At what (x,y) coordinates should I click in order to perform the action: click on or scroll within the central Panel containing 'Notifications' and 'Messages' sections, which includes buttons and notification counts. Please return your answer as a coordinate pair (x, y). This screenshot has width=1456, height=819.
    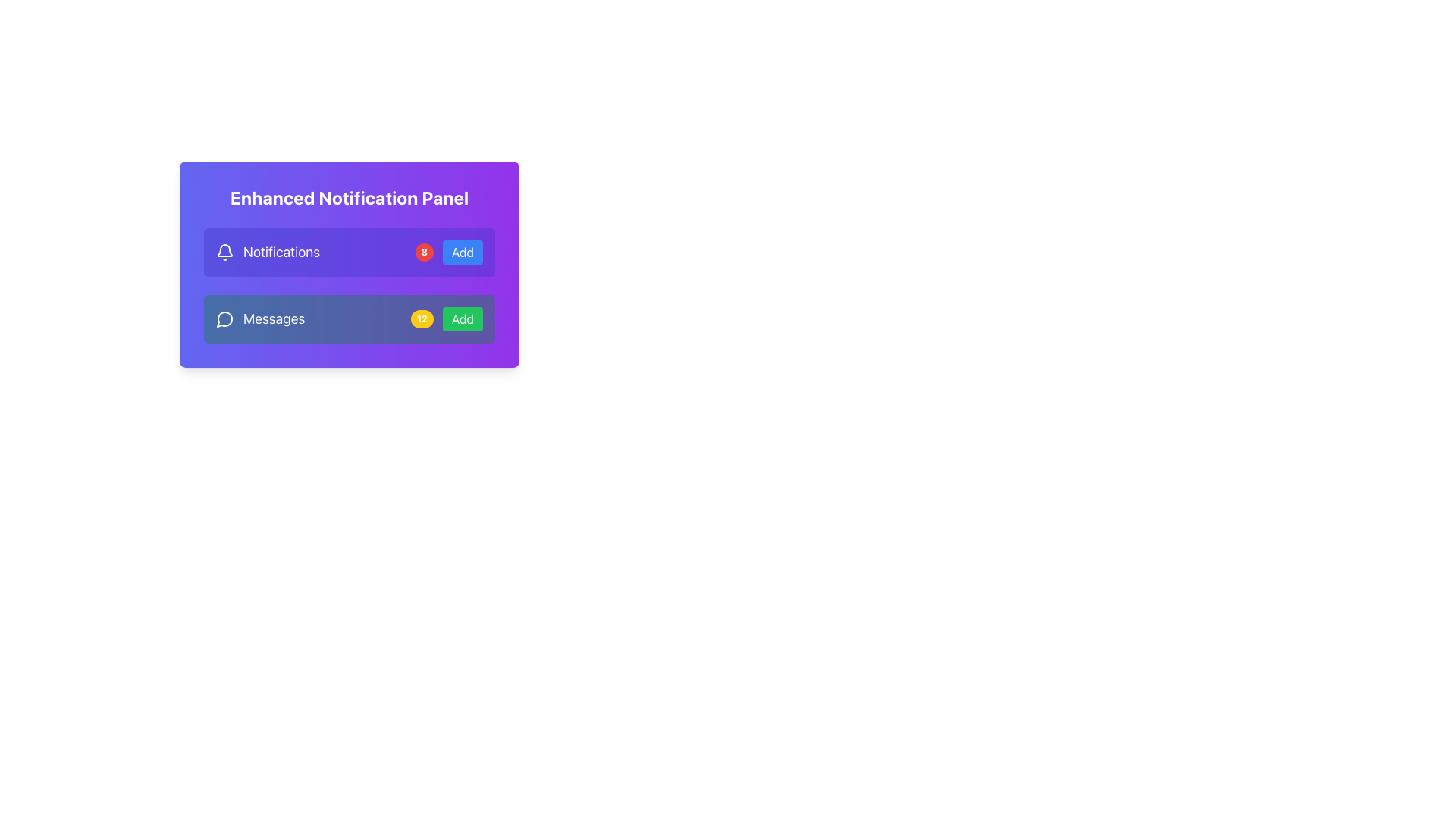
    Looking at the image, I should click on (348, 286).